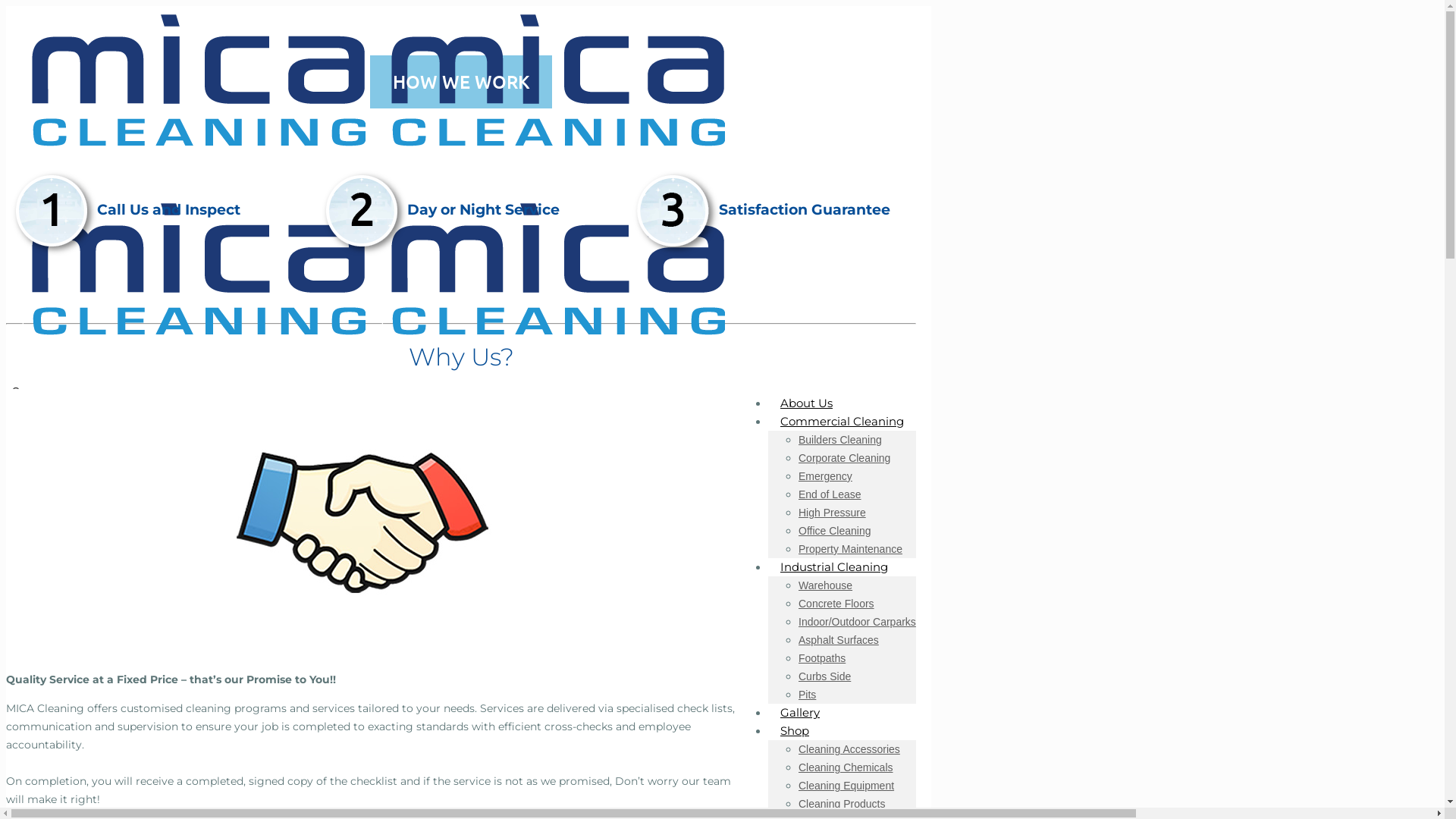 The width and height of the screenshot is (1456, 819). I want to click on 'Footpaths', so click(821, 657).